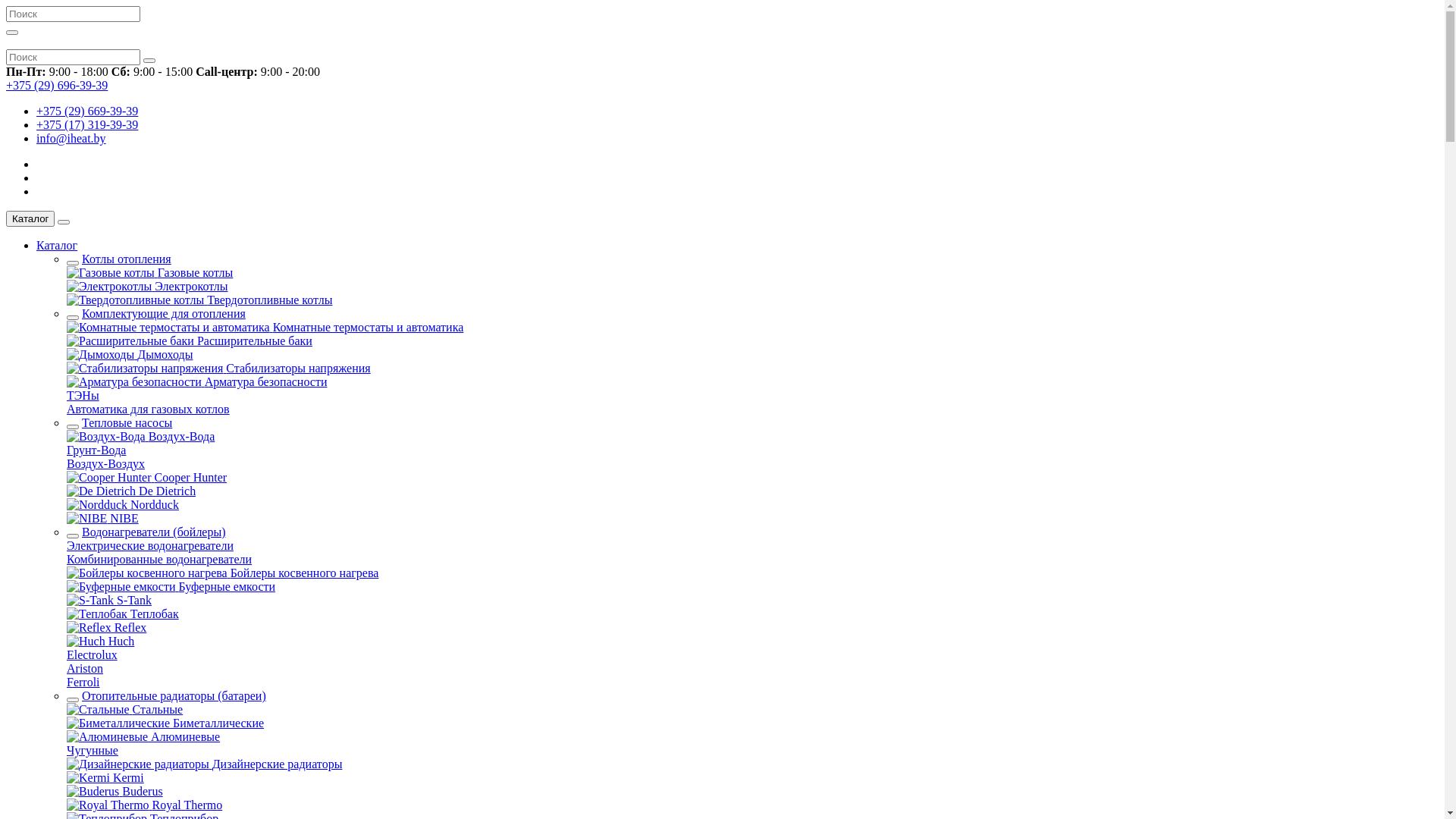 Image resolution: width=1456 pixels, height=819 pixels. I want to click on '+375 (29) 696-39-39', so click(57, 85).